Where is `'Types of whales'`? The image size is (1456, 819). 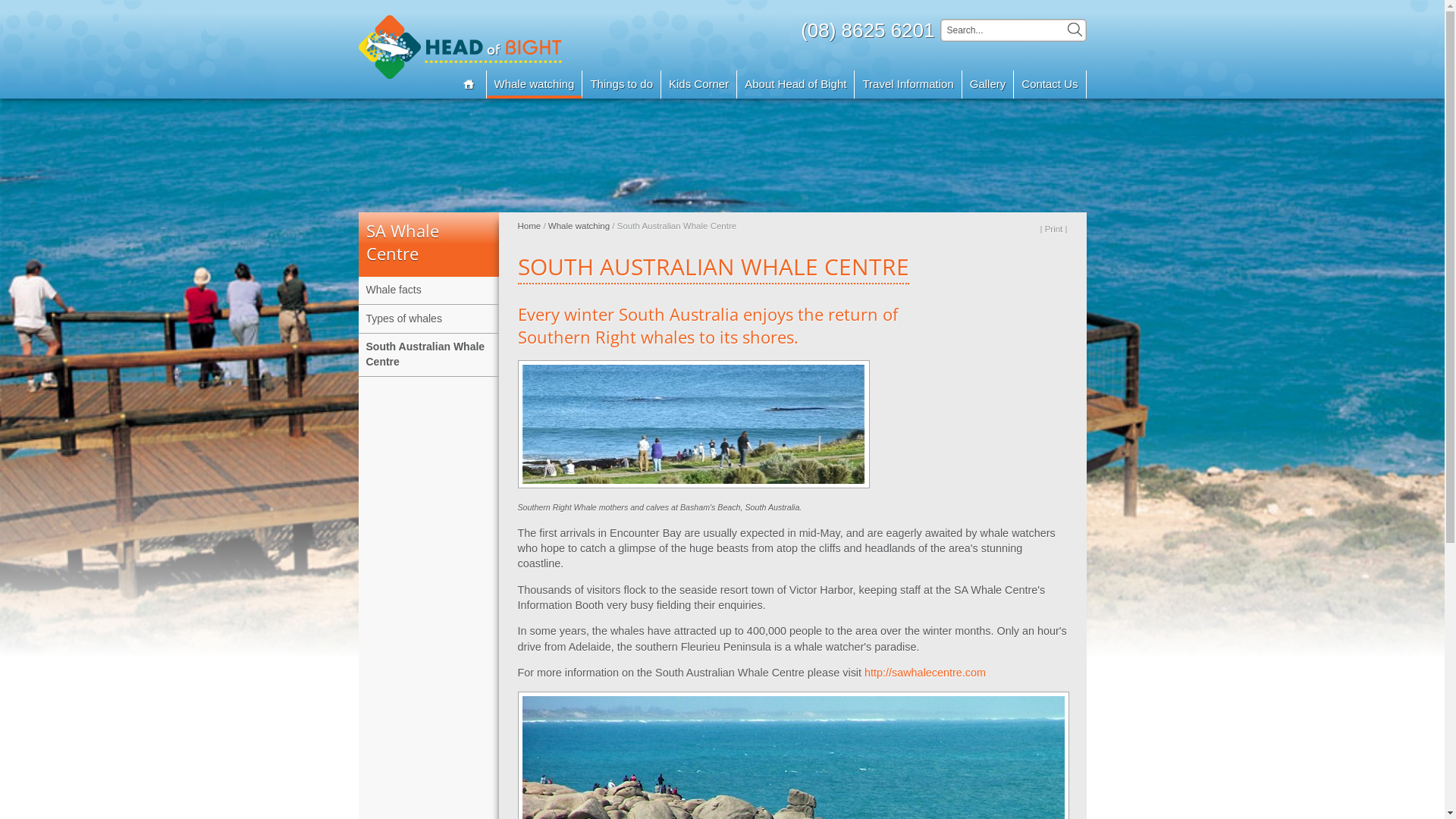 'Types of whales' is located at coordinates (427, 318).